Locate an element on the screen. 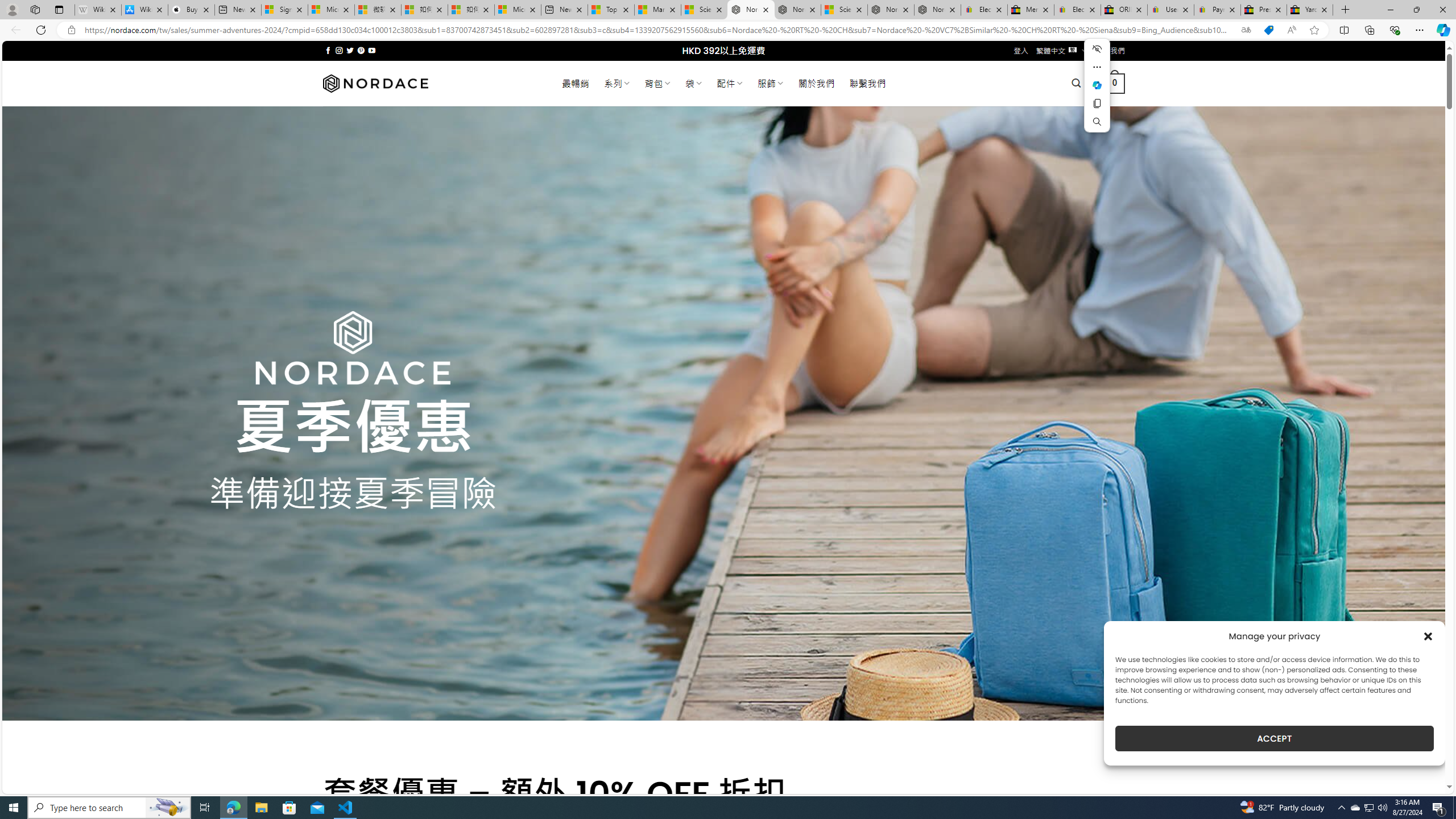 The width and height of the screenshot is (1456, 819). 'ACCEPT' is located at coordinates (1275, 738).